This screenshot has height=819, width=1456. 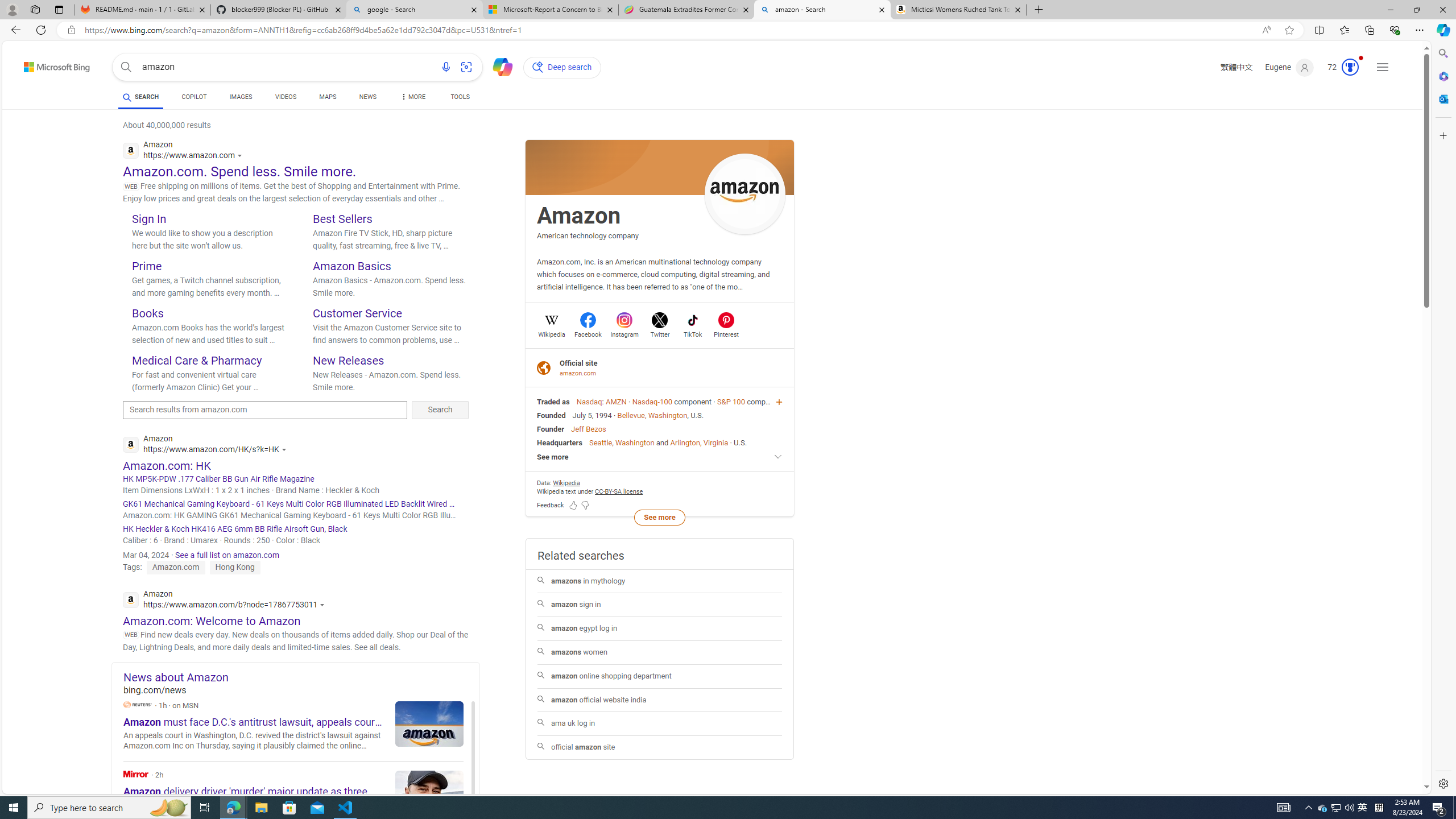 What do you see at coordinates (323, 604) in the screenshot?
I see `'Actions for this site'` at bounding box center [323, 604].